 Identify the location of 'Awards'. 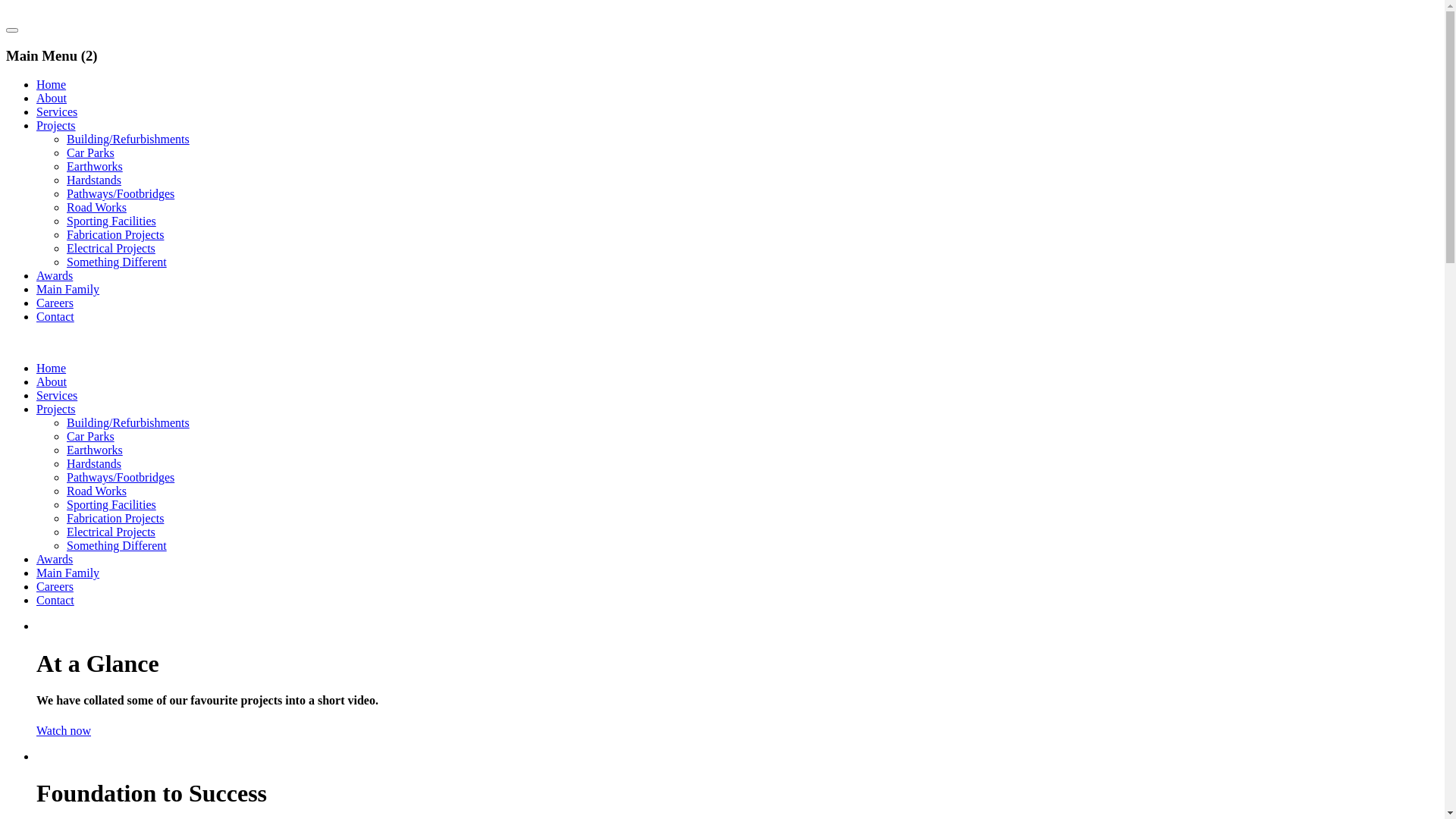
(55, 275).